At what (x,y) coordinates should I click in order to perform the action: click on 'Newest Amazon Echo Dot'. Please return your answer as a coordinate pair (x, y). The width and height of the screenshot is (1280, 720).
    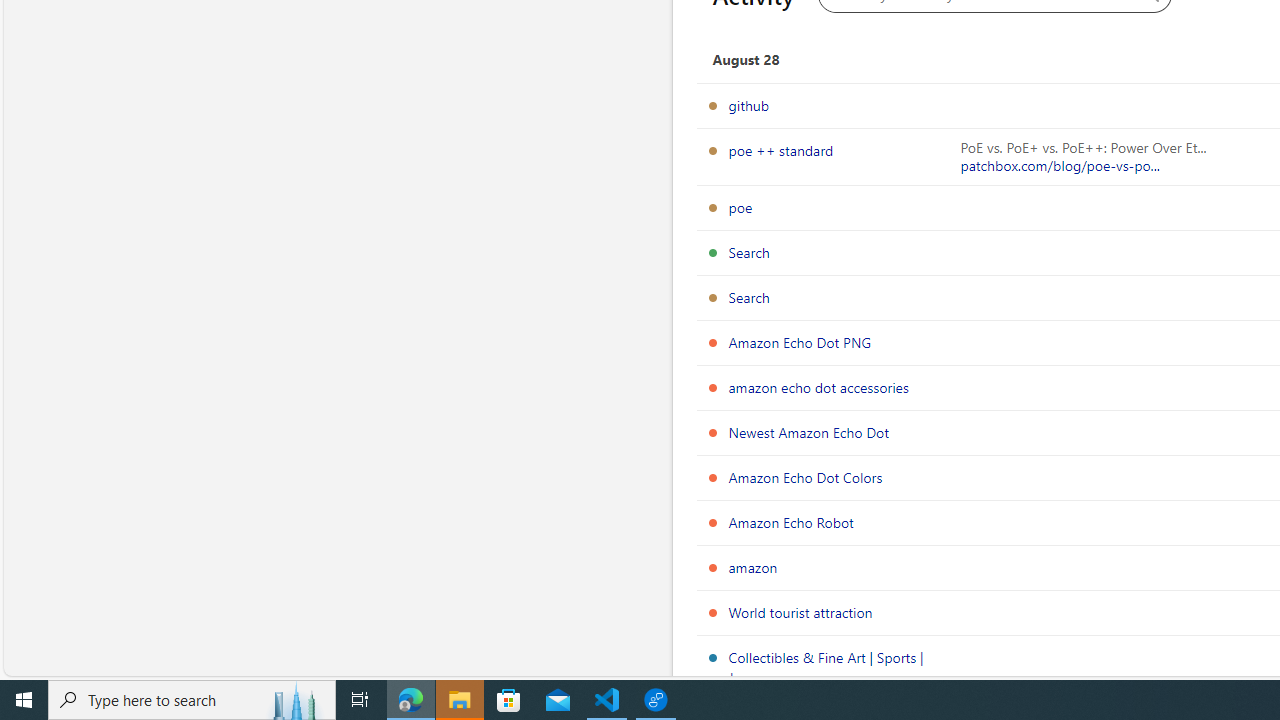
    Looking at the image, I should click on (808, 431).